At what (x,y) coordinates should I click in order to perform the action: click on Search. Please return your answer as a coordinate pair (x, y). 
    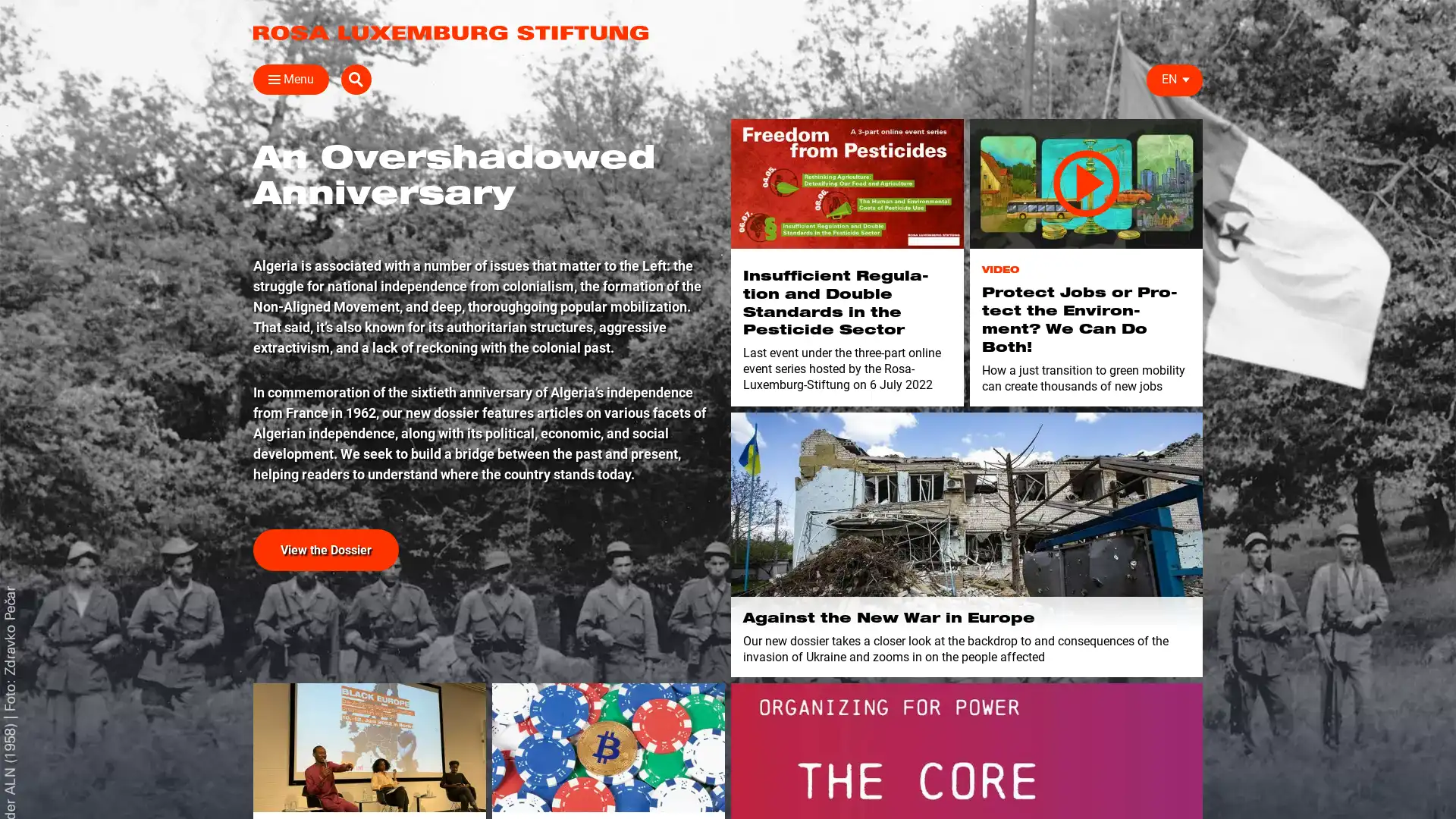
    Looking at the image, I should click on (971, 115).